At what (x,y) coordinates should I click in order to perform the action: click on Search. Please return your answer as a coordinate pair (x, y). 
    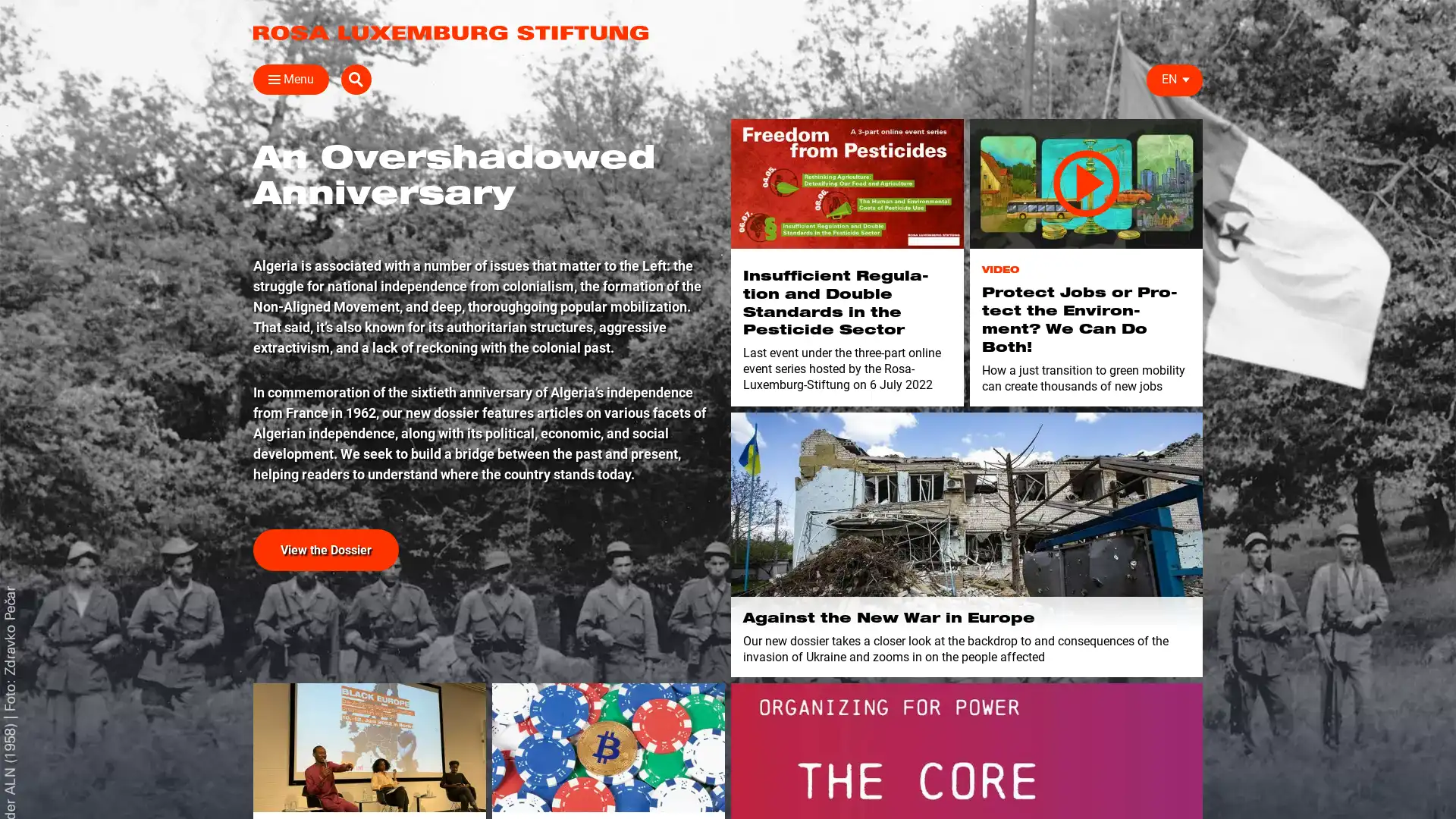
    Looking at the image, I should click on (971, 115).